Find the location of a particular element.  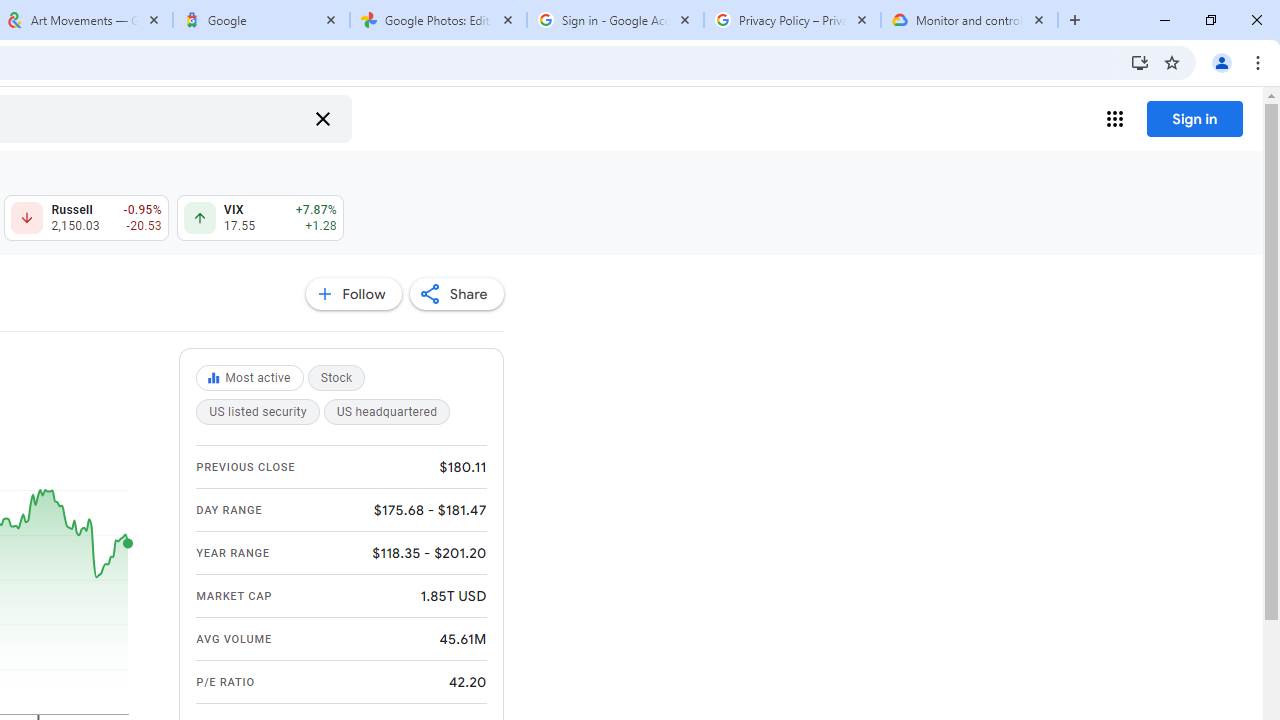

'Russell 2,150.03 Down by 0.95% -20.53' is located at coordinates (85, 218).